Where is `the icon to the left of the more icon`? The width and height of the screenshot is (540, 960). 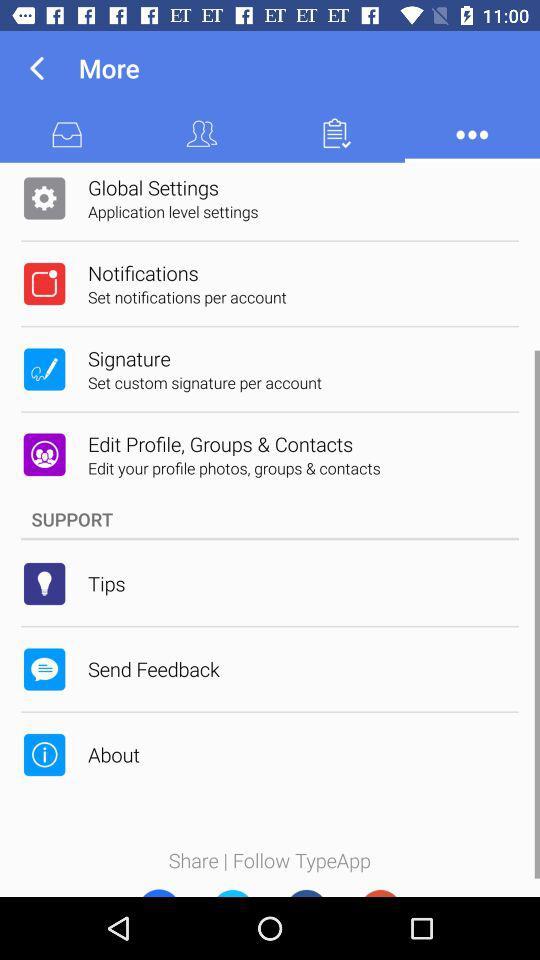 the icon to the left of the more icon is located at coordinates (36, 68).